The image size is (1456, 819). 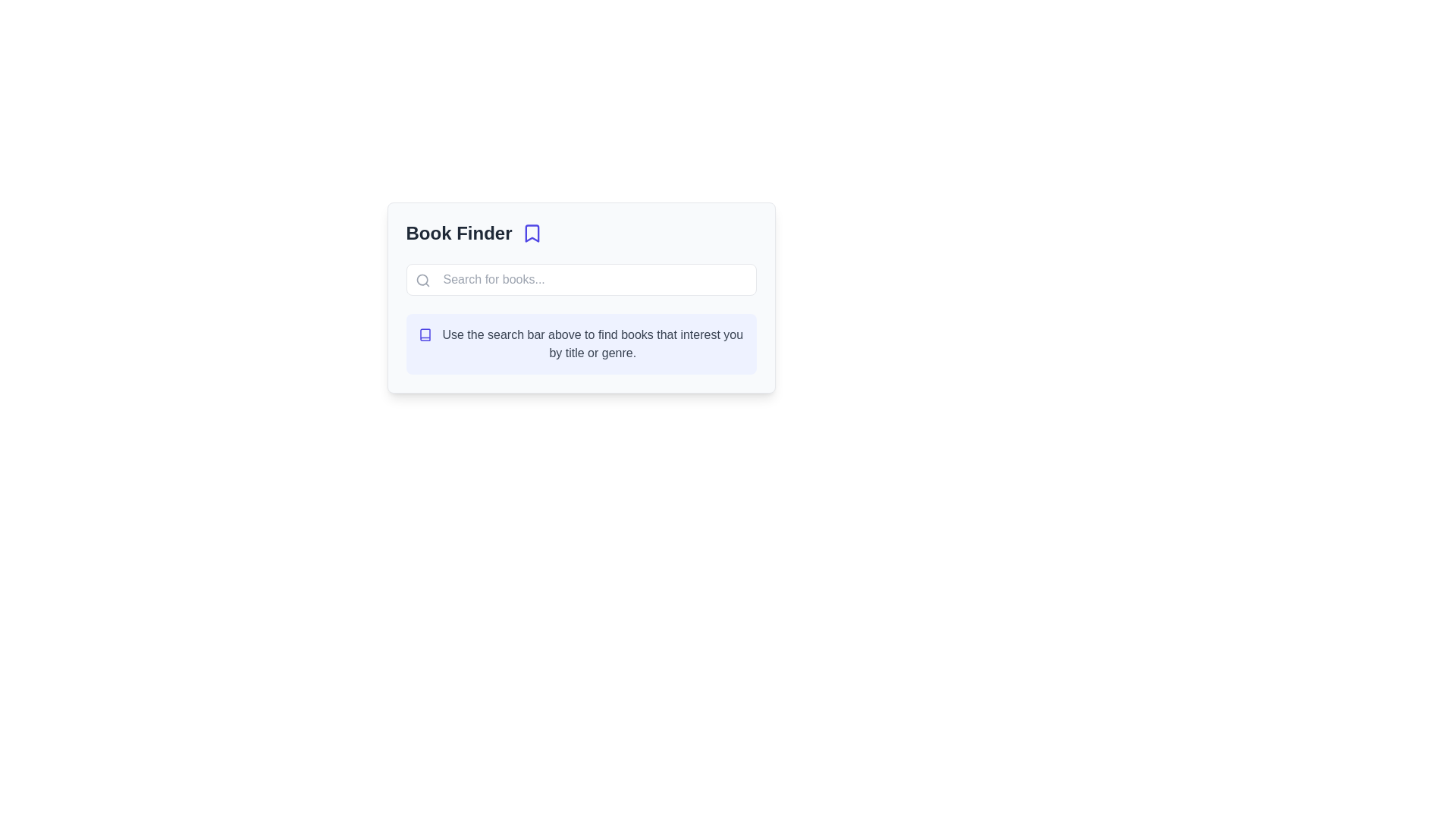 I want to click on the magnifying glass icon representing the search function, which is located adjacent to the search box and has a gray stroke, so click(x=422, y=281).